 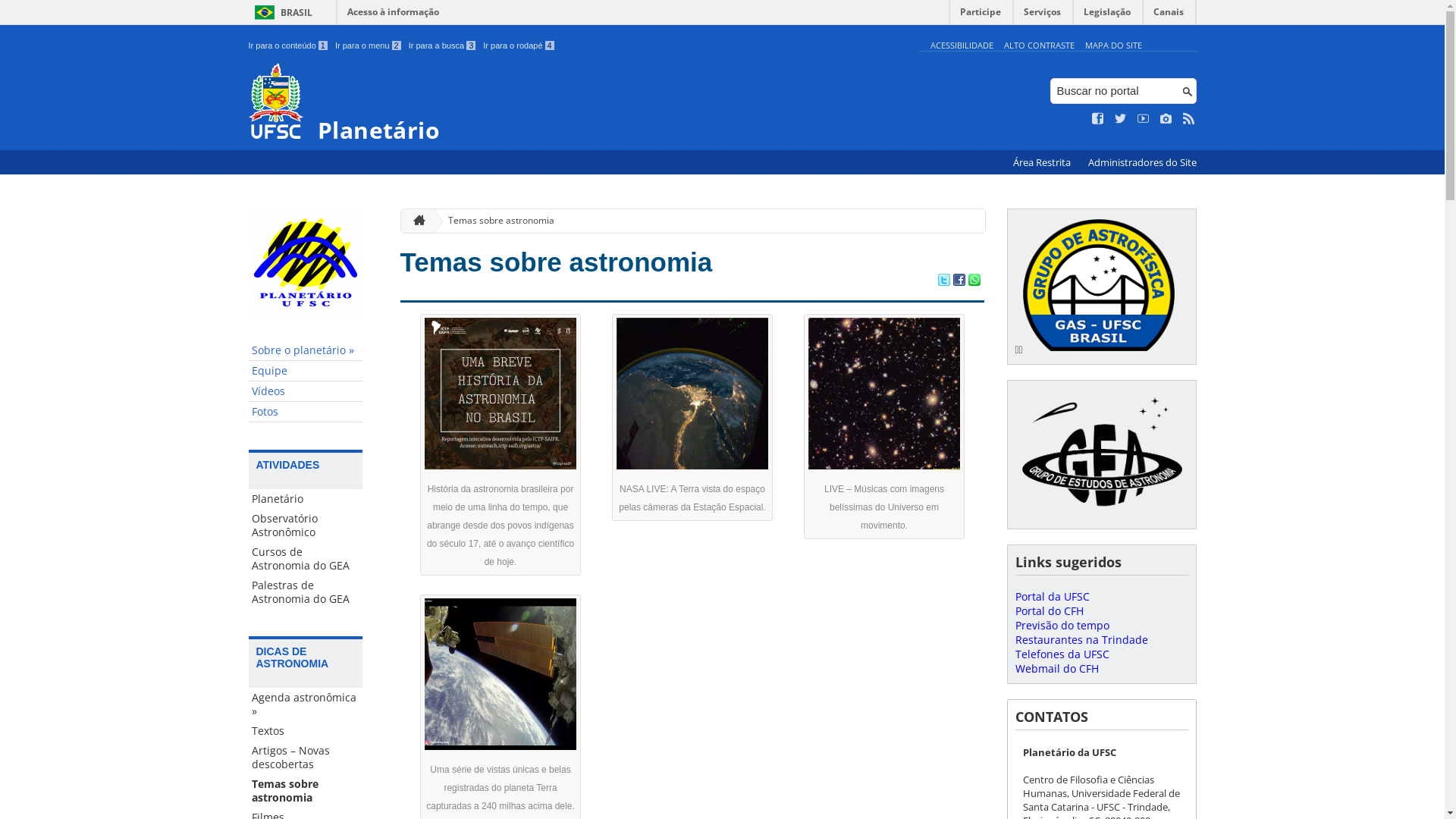 What do you see at coordinates (1084, 44) in the screenshot?
I see `'MAPA DO SITE'` at bounding box center [1084, 44].